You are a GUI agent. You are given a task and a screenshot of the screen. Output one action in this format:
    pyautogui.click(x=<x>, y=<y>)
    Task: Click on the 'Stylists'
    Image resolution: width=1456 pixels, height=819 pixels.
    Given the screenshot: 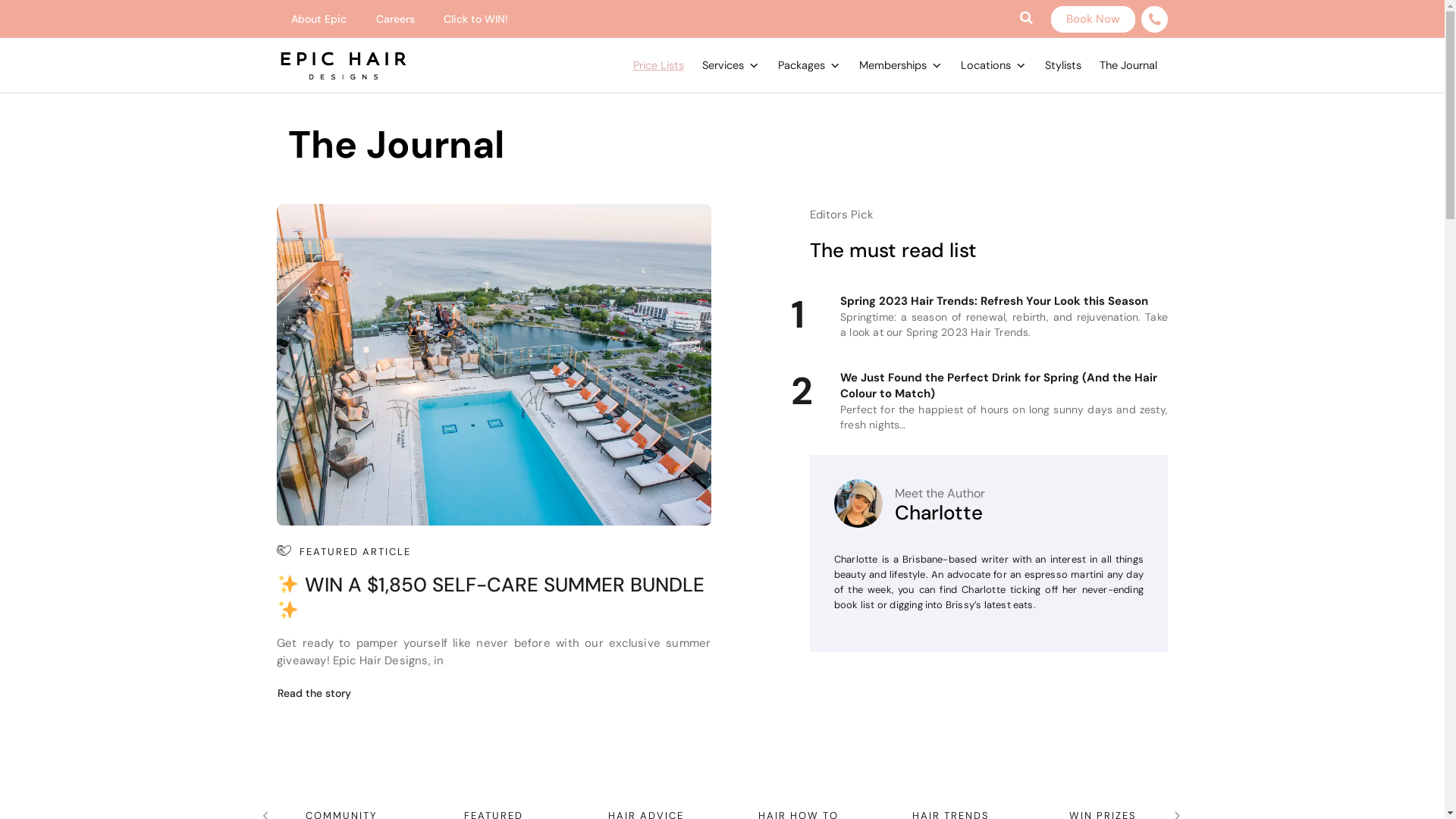 What is the action you would take?
    pyautogui.click(x=1062, y=64)
    